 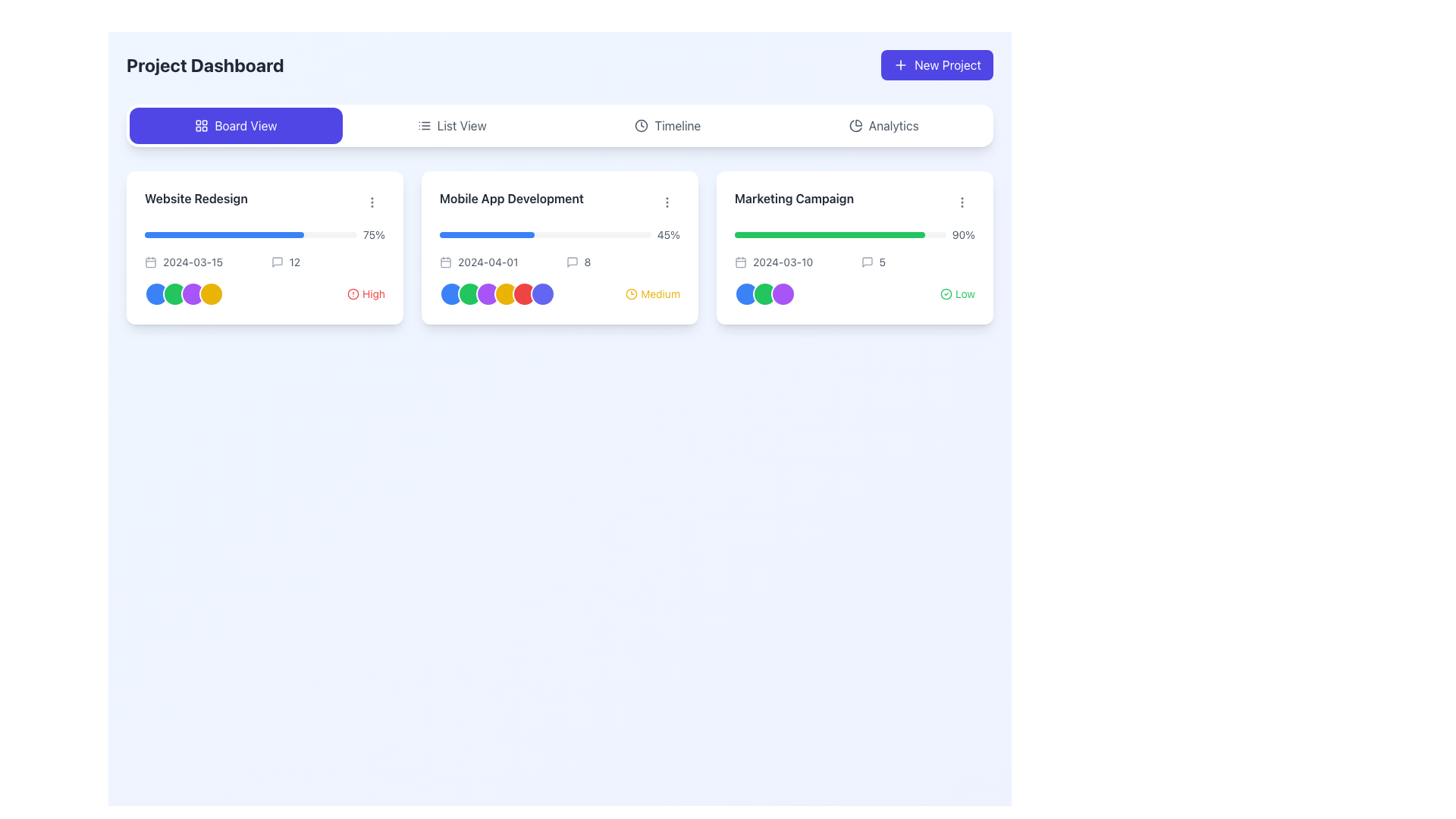 I want to click on the 'List View' button, which features an icon of three horizontal lines and the text 'List View', located in the horizontal navigation bar near the top of the interface, so click(x=451, y=124).